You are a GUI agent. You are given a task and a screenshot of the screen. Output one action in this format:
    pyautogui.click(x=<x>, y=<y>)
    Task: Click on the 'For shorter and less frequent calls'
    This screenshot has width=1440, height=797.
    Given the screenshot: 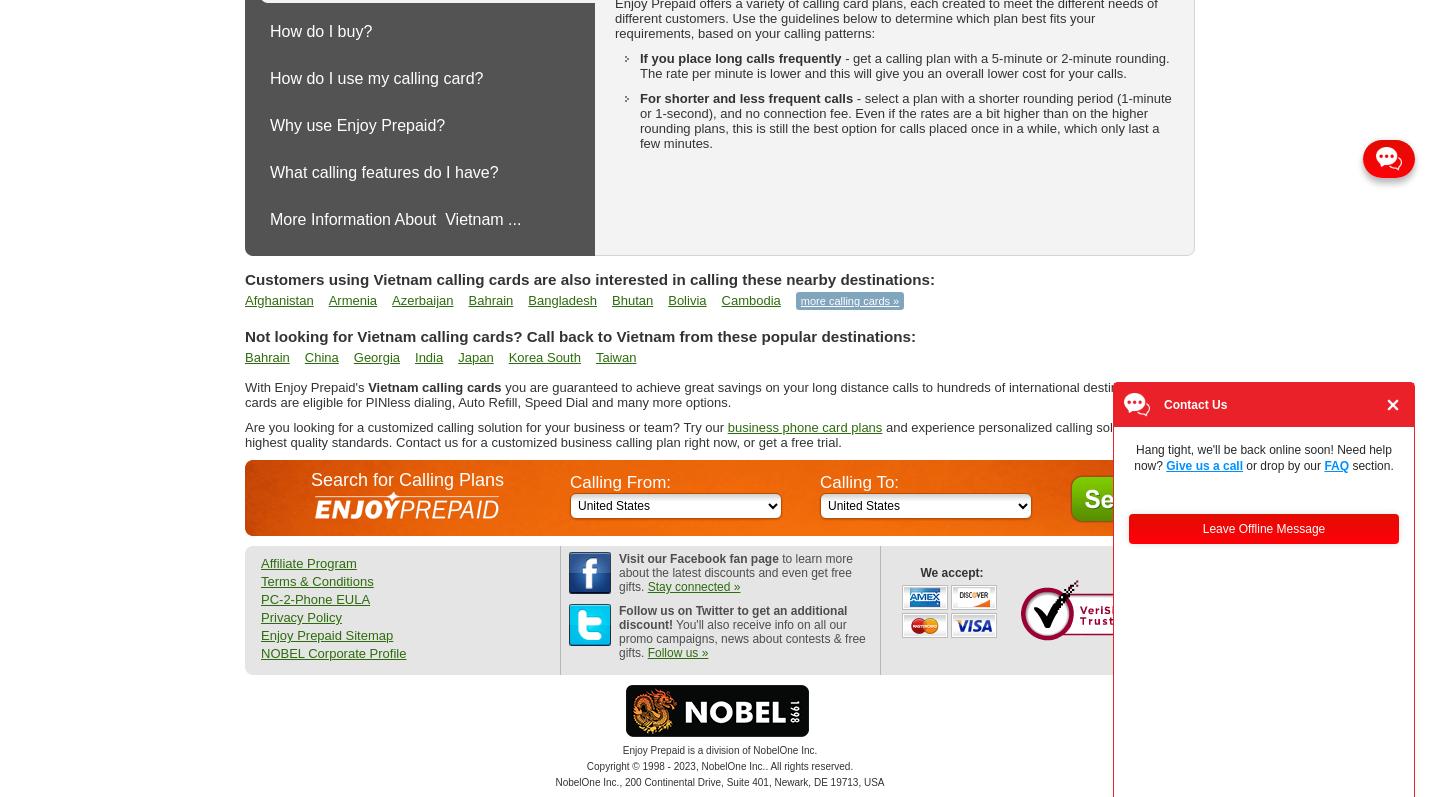 What is the action you would take?
    pyautogui.click(x=745, y=98)
    